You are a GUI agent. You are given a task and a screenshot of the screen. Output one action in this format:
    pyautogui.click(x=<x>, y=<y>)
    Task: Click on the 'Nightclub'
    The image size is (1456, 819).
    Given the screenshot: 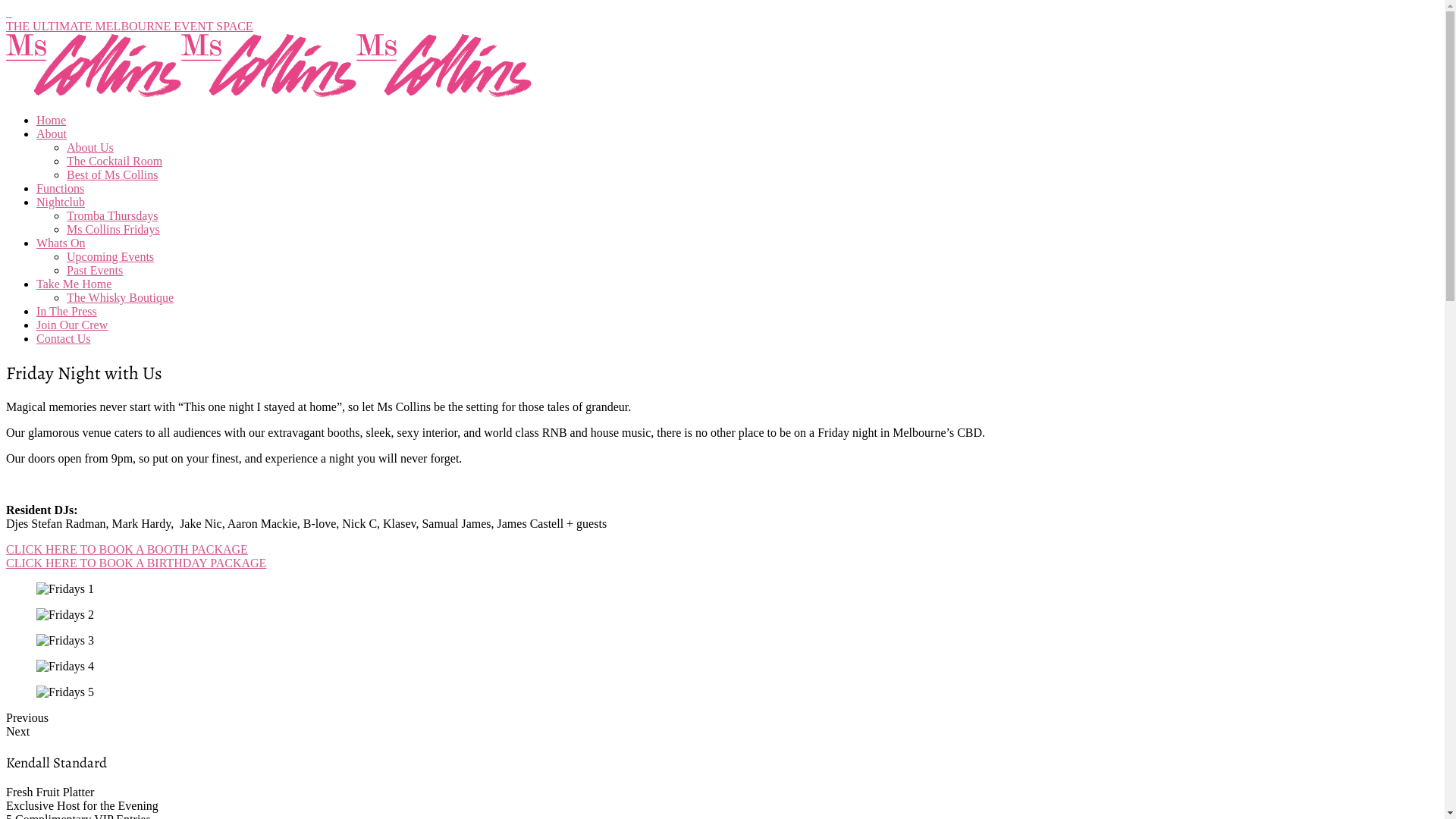 What is the action you would take?
    pyautogui.click(x=61, y=201)
    